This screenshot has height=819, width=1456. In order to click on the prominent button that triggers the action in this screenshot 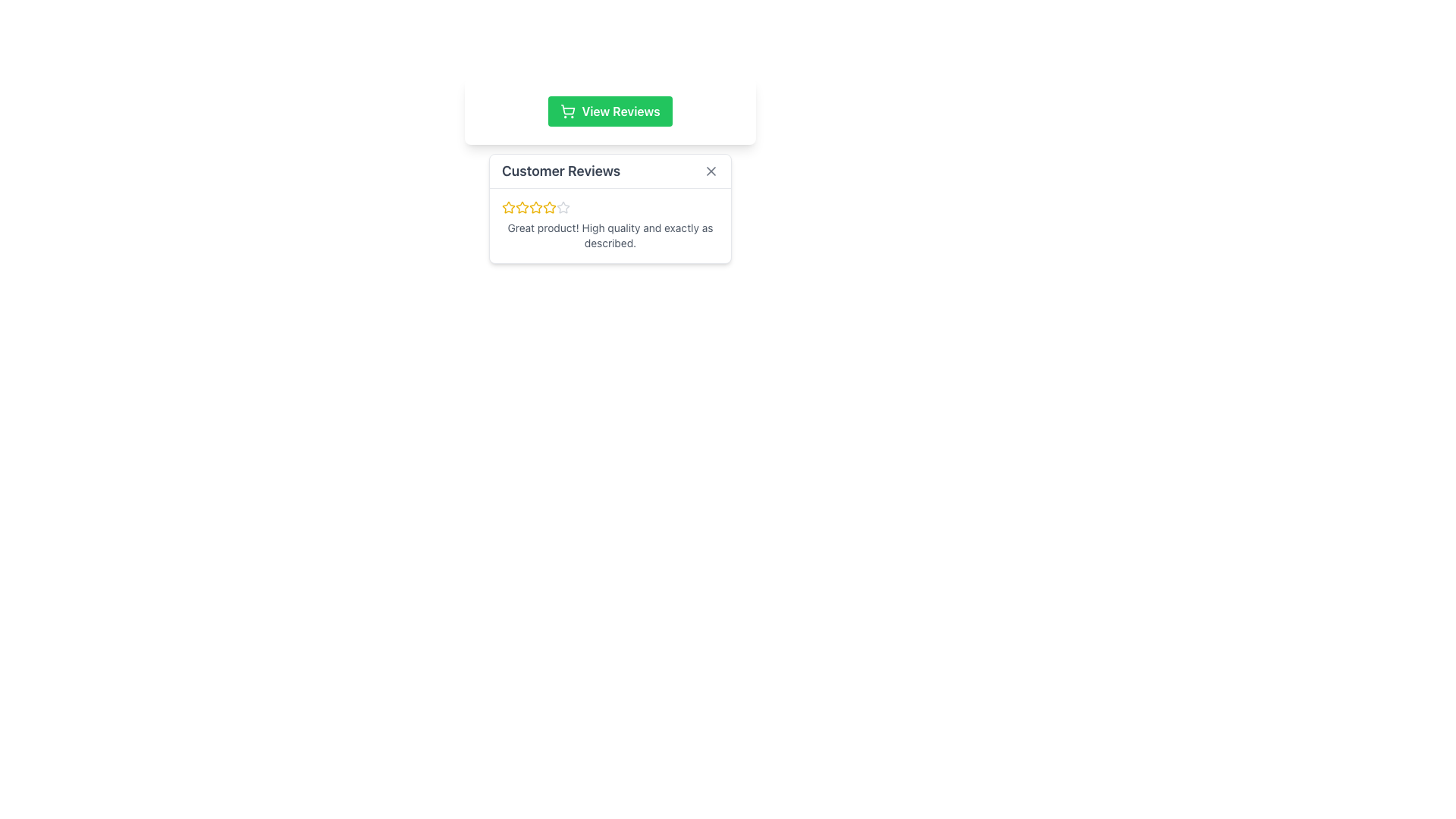, I will do `click(610, 110)`.